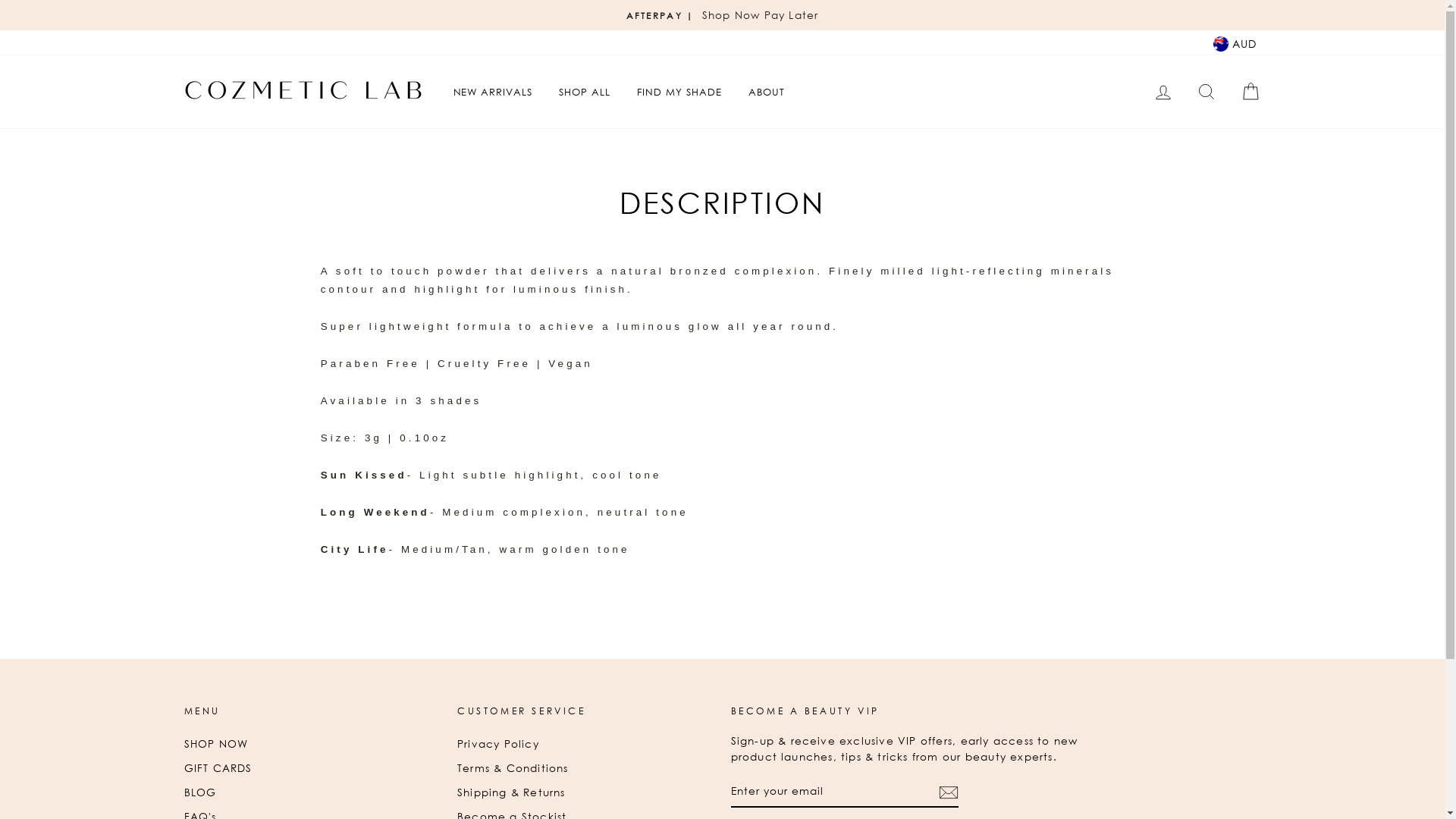 The image size is (1456, 819). What do you see at coordinates (0, 0) in the screenshot?
I see `'Skip to content'` at bounding box center [0, 0].